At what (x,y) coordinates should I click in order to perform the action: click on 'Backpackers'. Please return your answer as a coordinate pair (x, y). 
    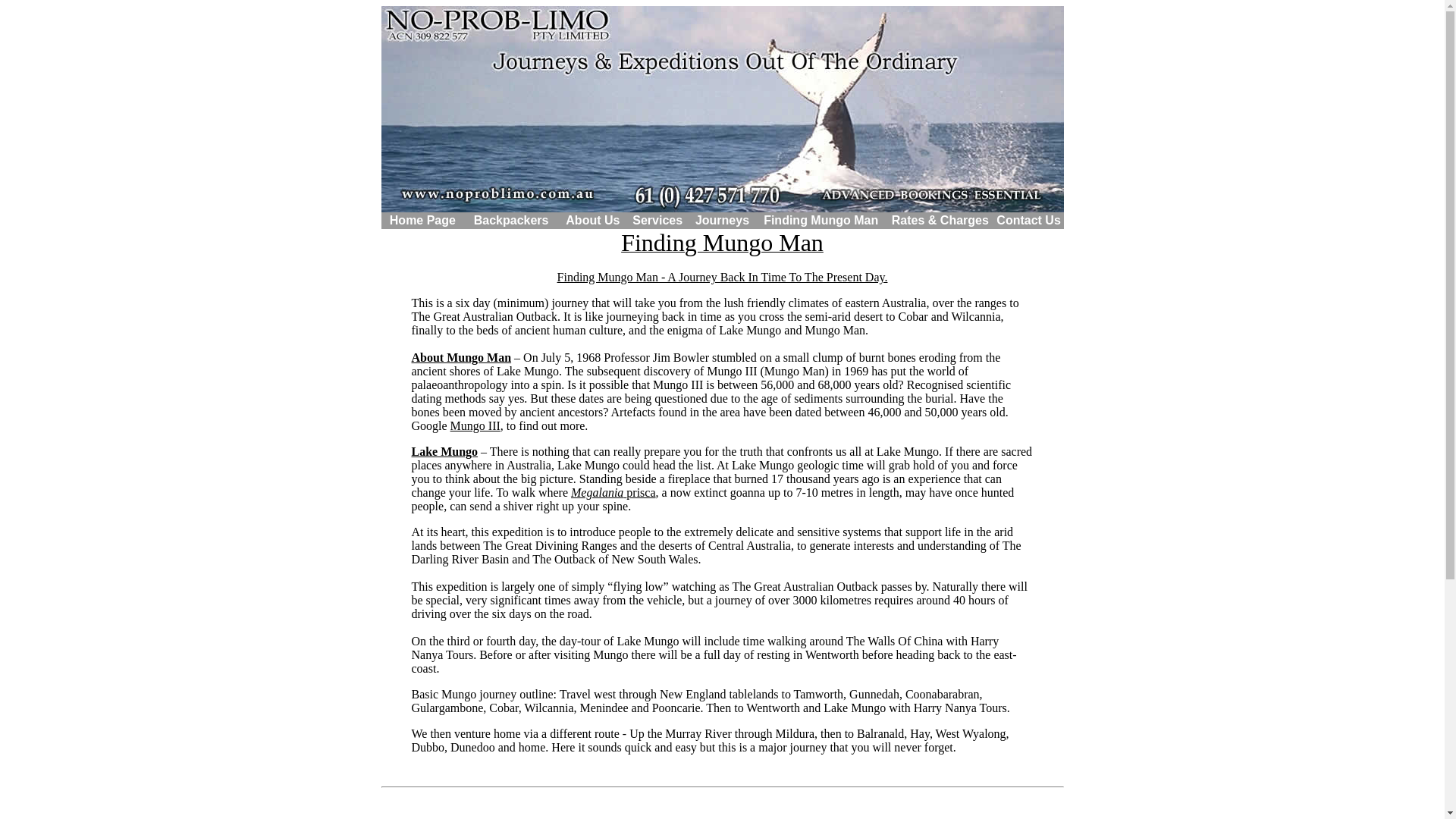
    Looking at the image, I should click on (511, 220).